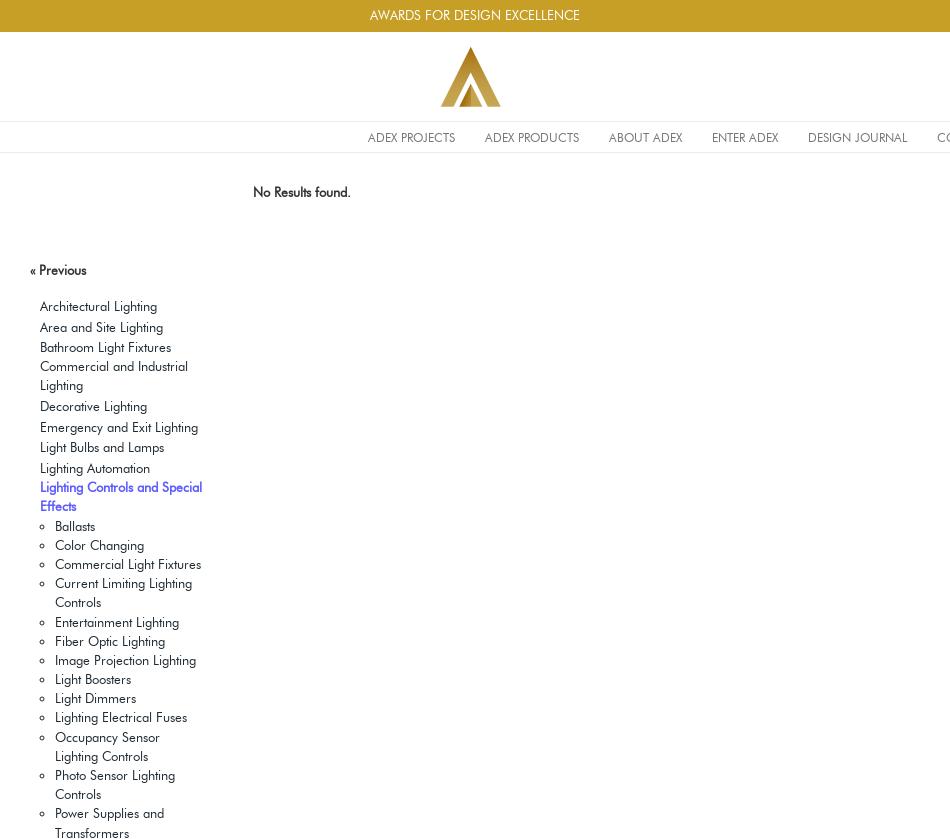 This screenshot has width=950, height=839. I want to click on 'Current Limiting Lighting Controls', so click(123, 592).